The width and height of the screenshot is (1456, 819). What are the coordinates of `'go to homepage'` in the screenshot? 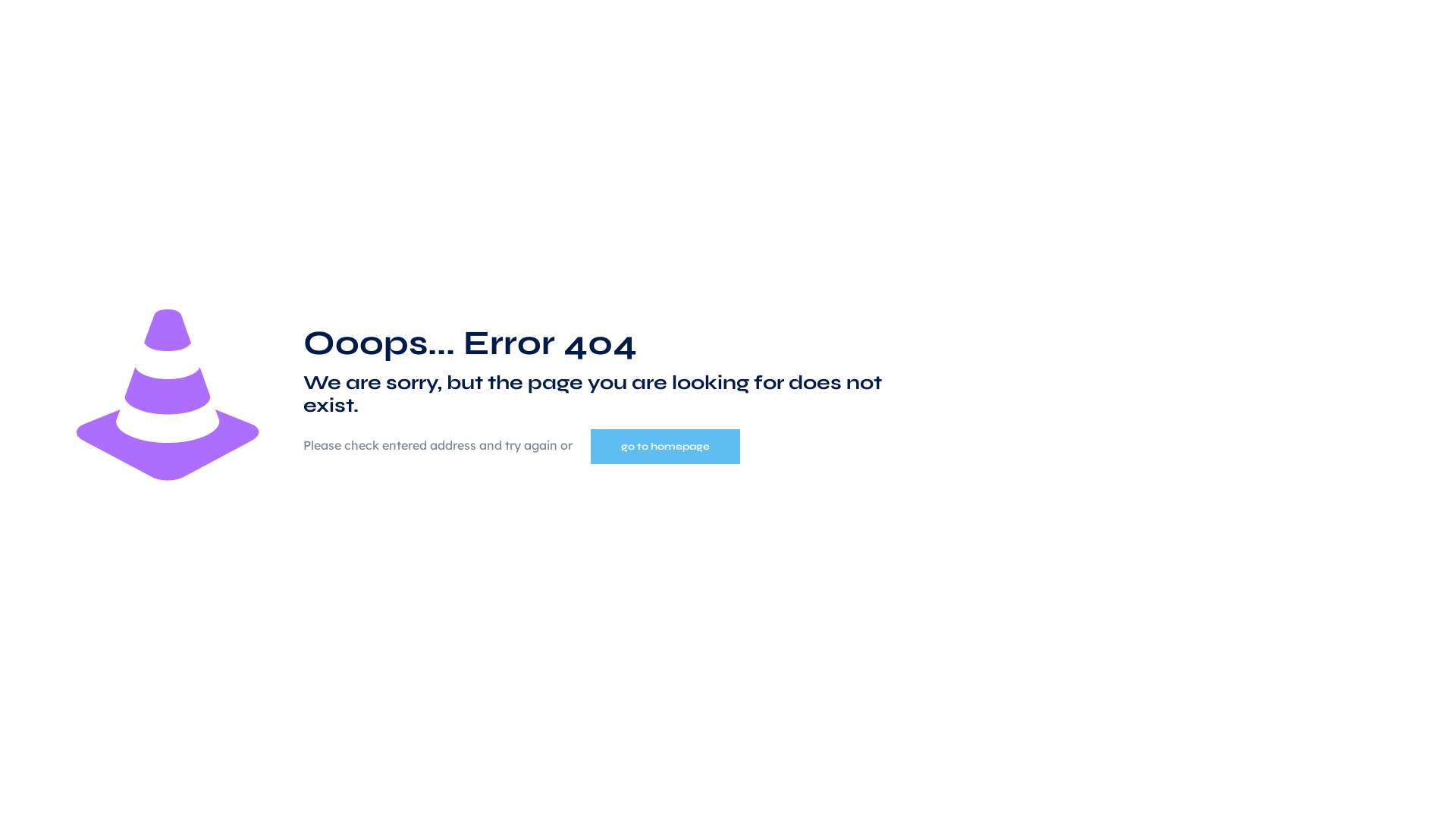 It's located at (665, 446).